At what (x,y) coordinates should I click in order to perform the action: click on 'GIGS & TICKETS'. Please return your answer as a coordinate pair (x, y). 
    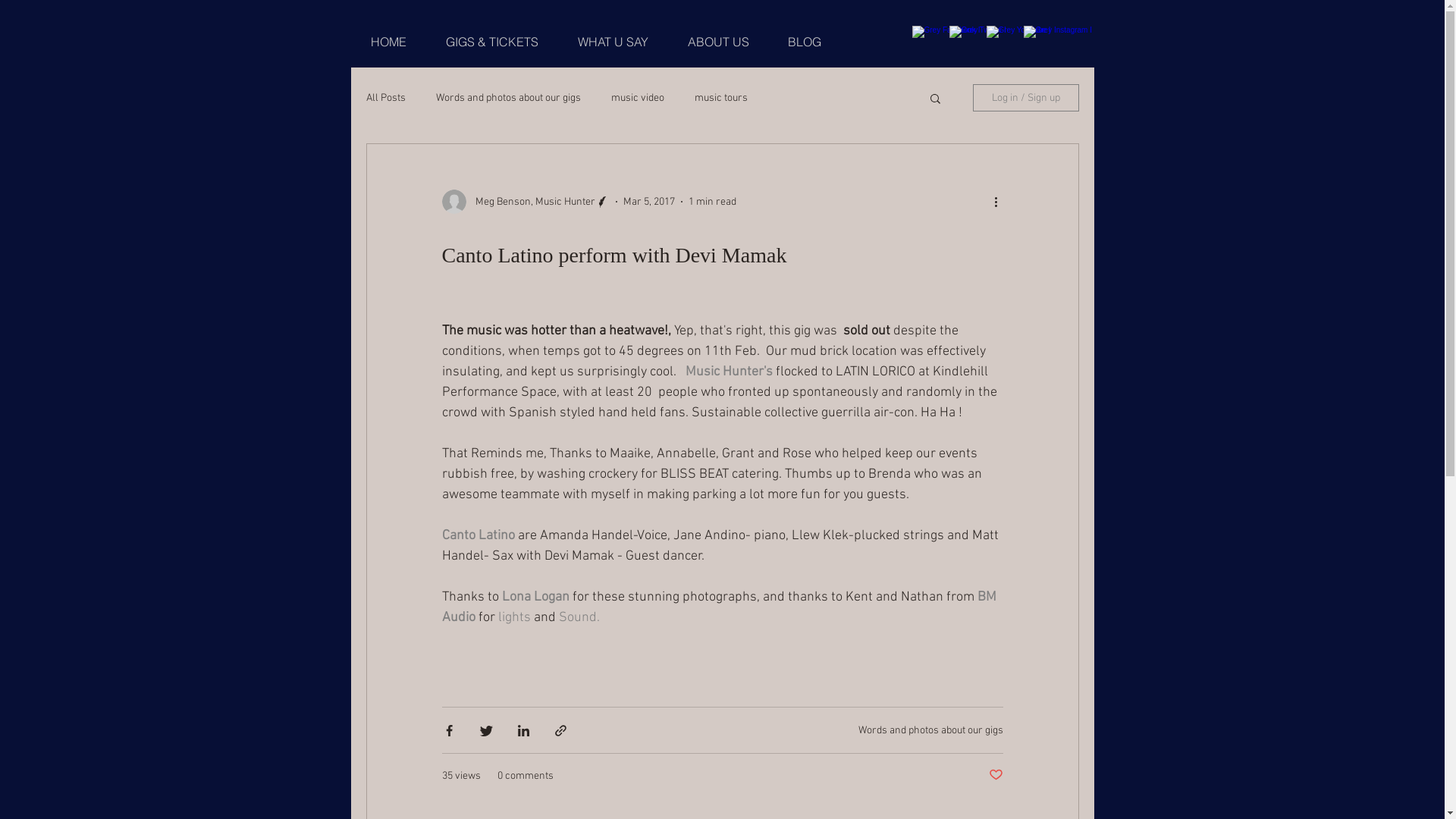
    Looking at the image, I should click on (491, 41).